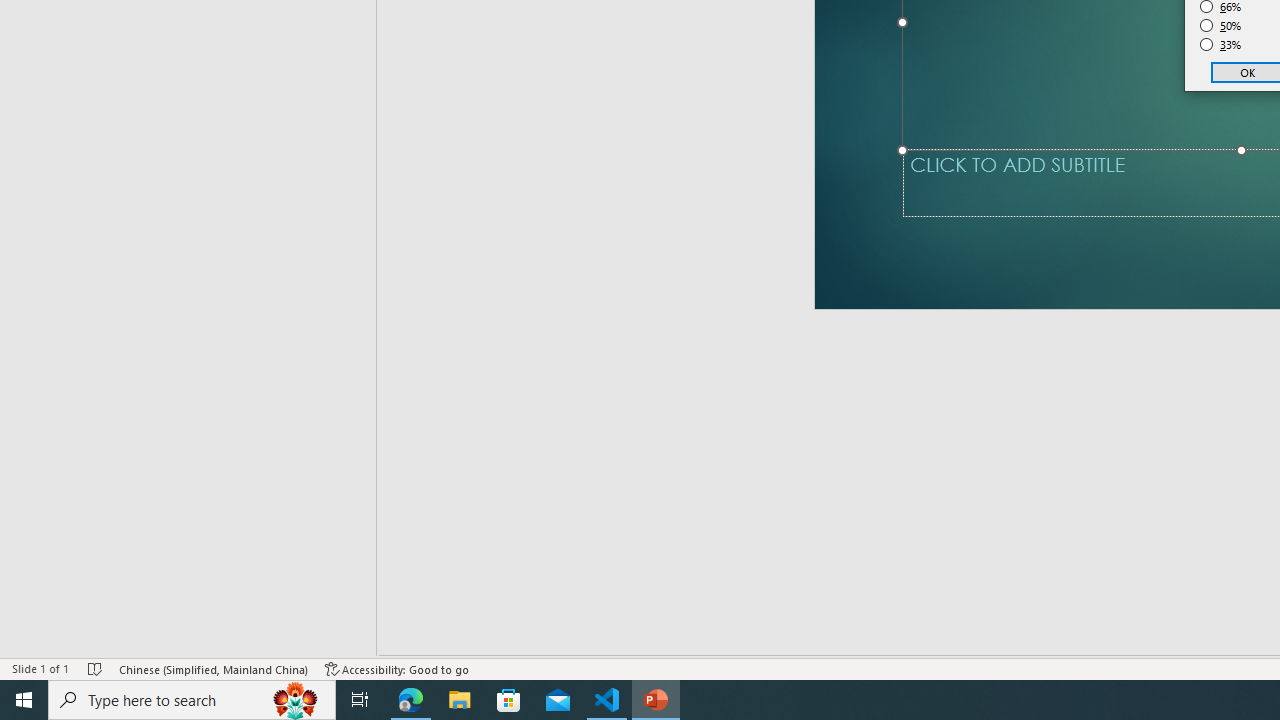  I want to click on 'Microsoft Store', so click(509, 698).